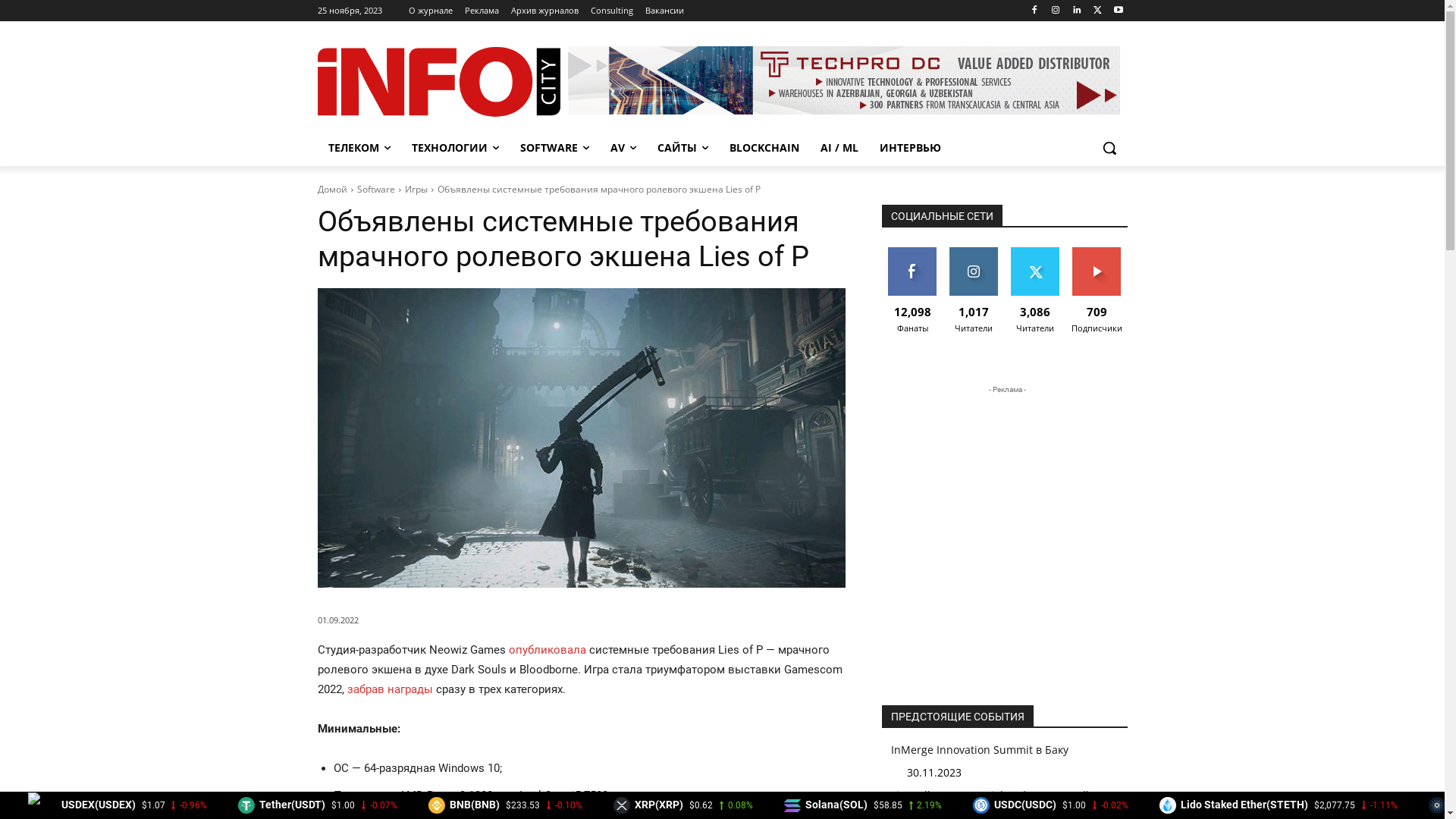 This screenshot has height=819, width=1456. Describe the element at coordinates (809, 148) in the screenshot. I see `'AI / ML'` at that location.